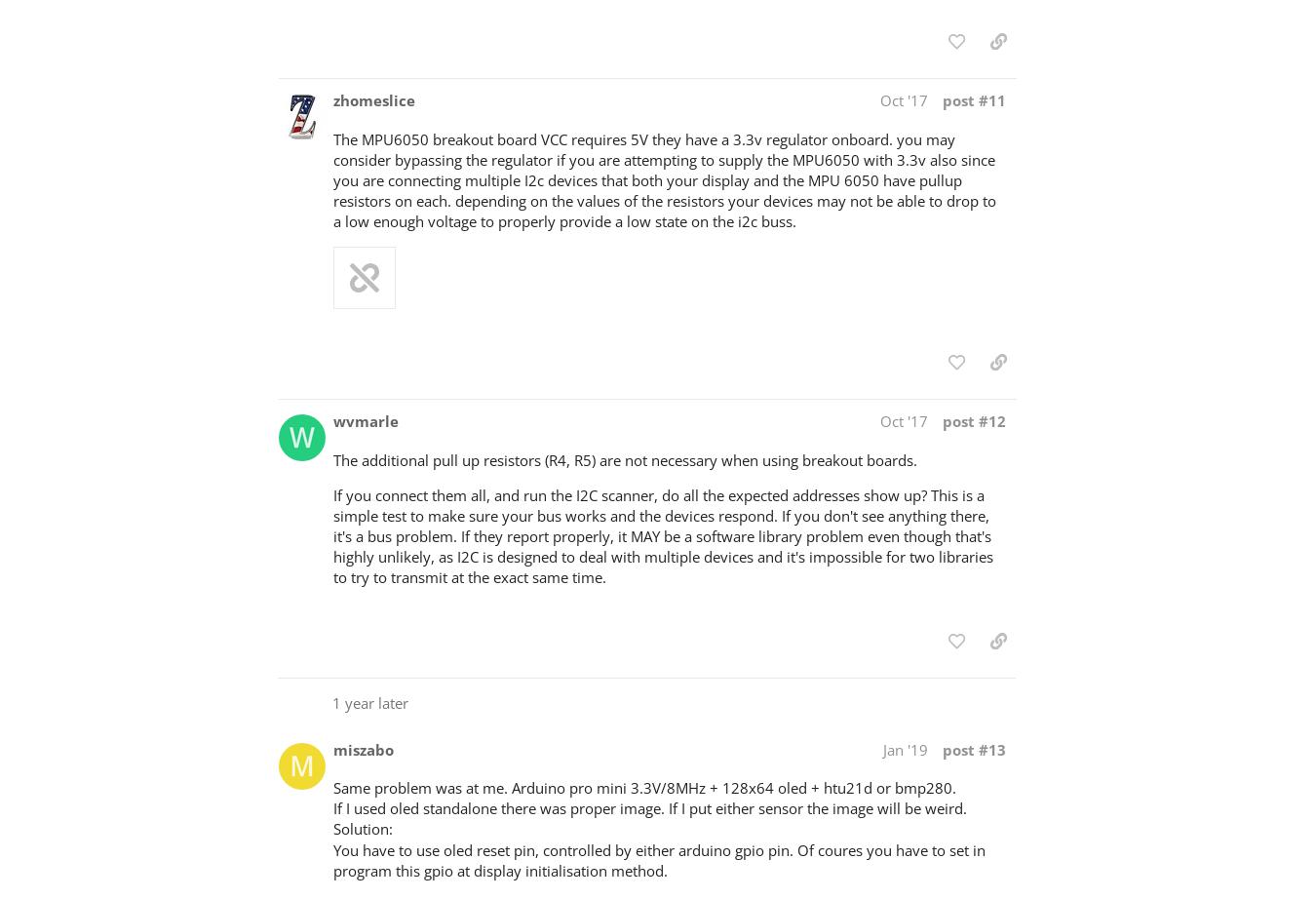 This screenshot has height=899, width=1316. What do you see at coordinates (973, 419) in the screenshot?
I see `'post #12'` at bounding box center [973, 419].